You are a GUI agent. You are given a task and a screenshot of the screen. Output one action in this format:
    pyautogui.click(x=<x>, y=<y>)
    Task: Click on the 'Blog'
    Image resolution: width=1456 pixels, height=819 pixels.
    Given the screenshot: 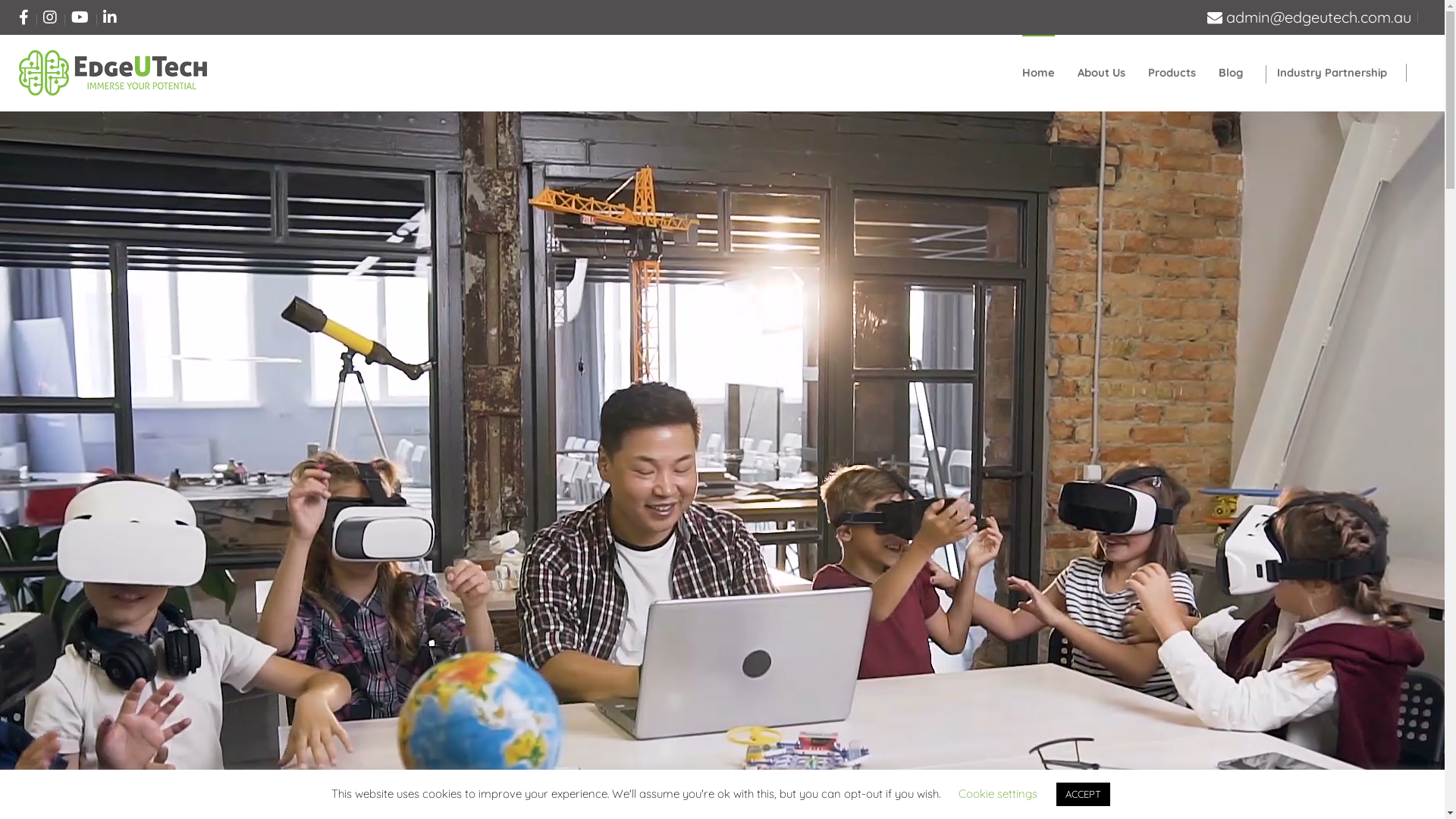 What is the action you would take?
    pyautogui.click(x=1230, y=73)
    